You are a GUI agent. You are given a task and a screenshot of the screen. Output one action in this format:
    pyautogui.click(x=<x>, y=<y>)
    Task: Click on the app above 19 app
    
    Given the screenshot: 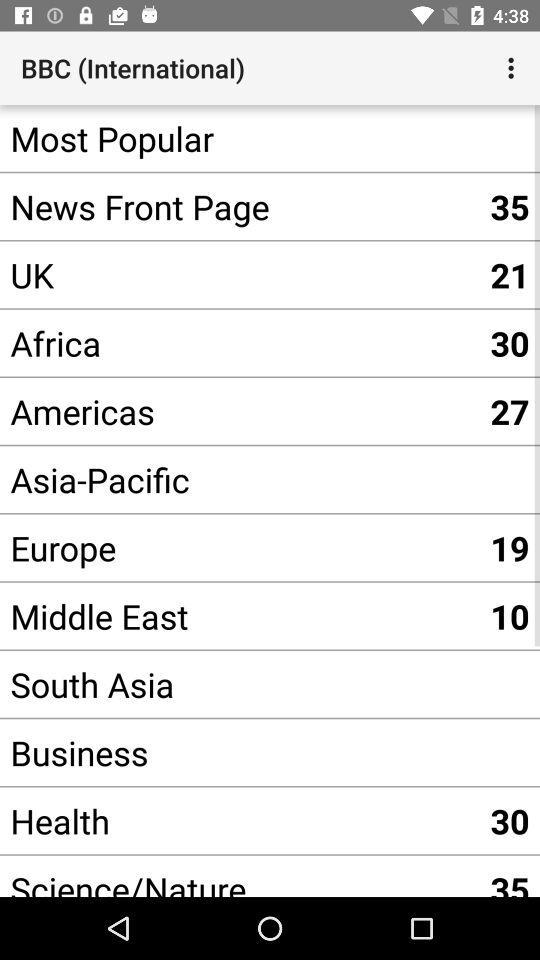 What is the action you would take?
    pyautogui.click(x=239, y=479)
    